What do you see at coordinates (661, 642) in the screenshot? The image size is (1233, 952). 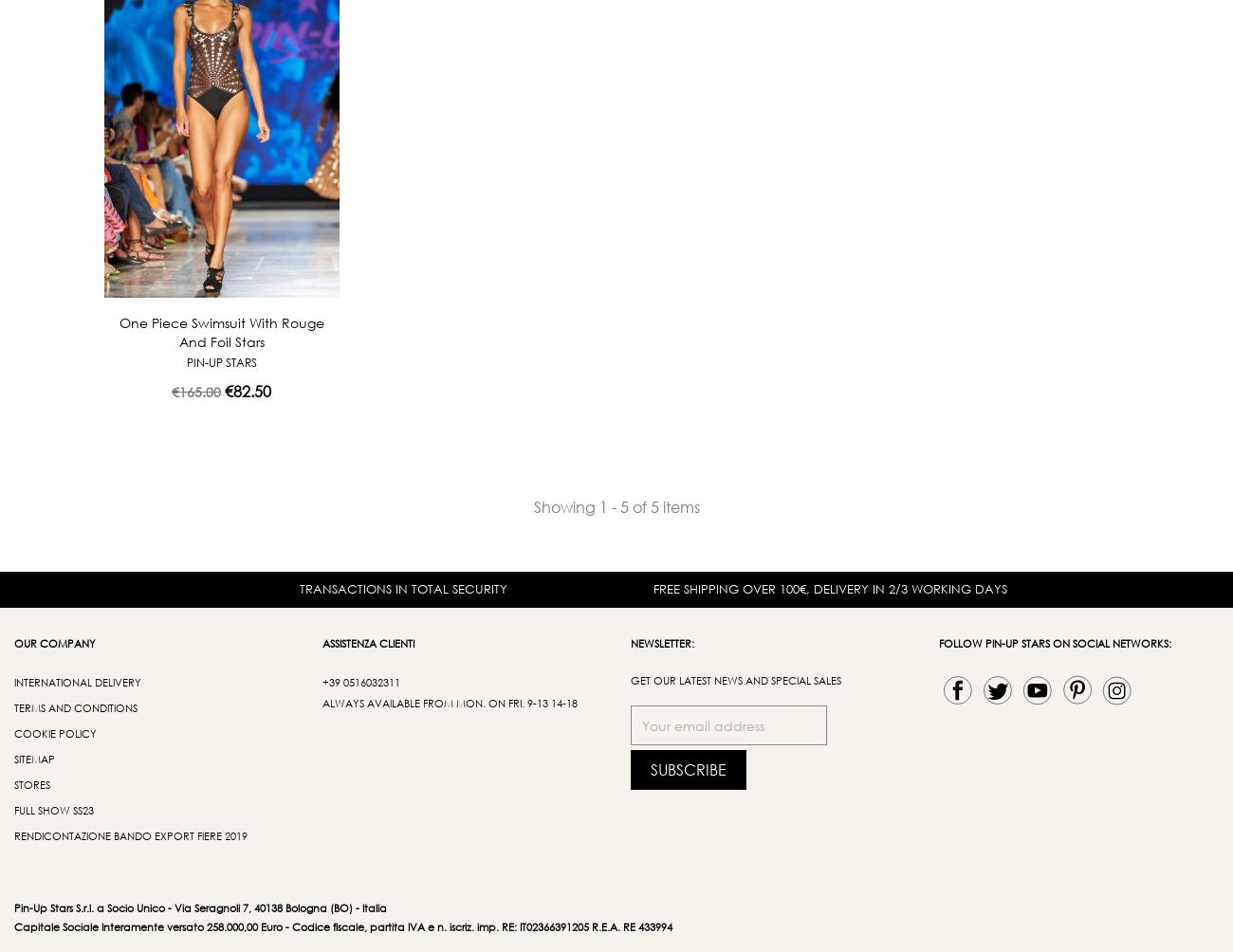 I see `'Newsletter:'` at bounding box center [661, 642].